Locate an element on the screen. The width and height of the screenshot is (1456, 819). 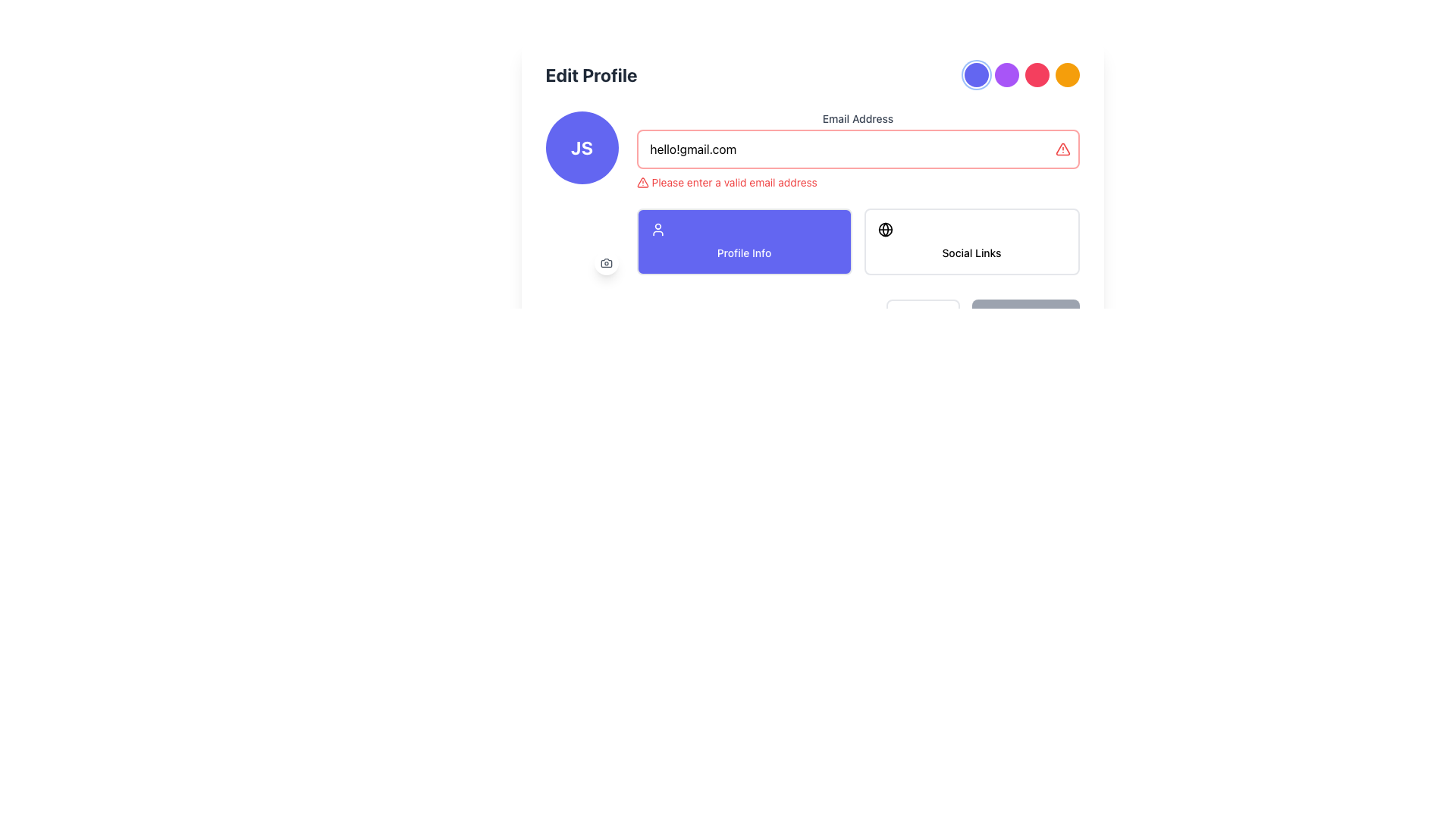
the vibrant indigo circular button located at the top-right section of the interface is located at coordinates (976, 75).